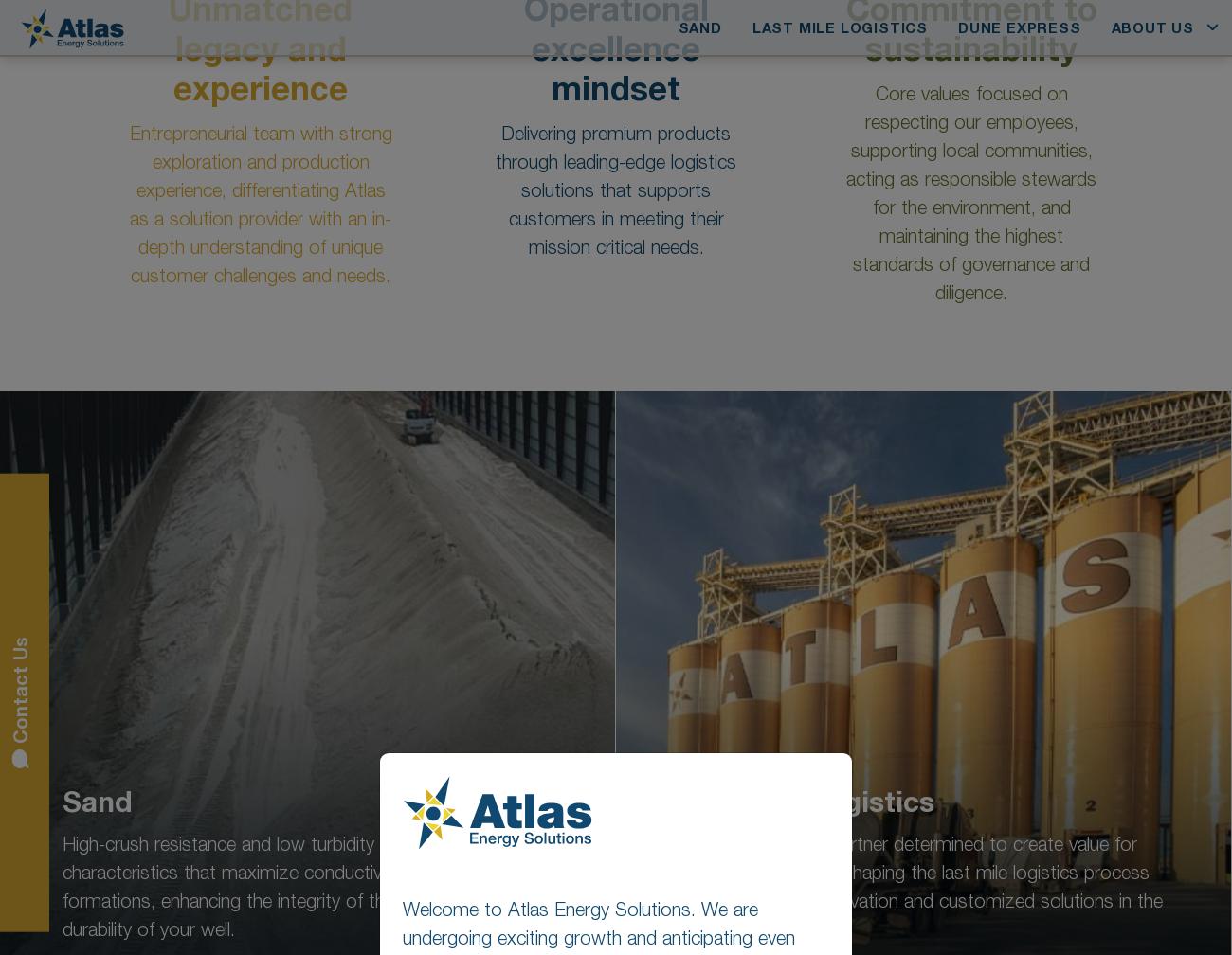  Describe the element at coordinates (272, 907) in the screenshot. I see `'Austin, Texas 78730'` at that location.